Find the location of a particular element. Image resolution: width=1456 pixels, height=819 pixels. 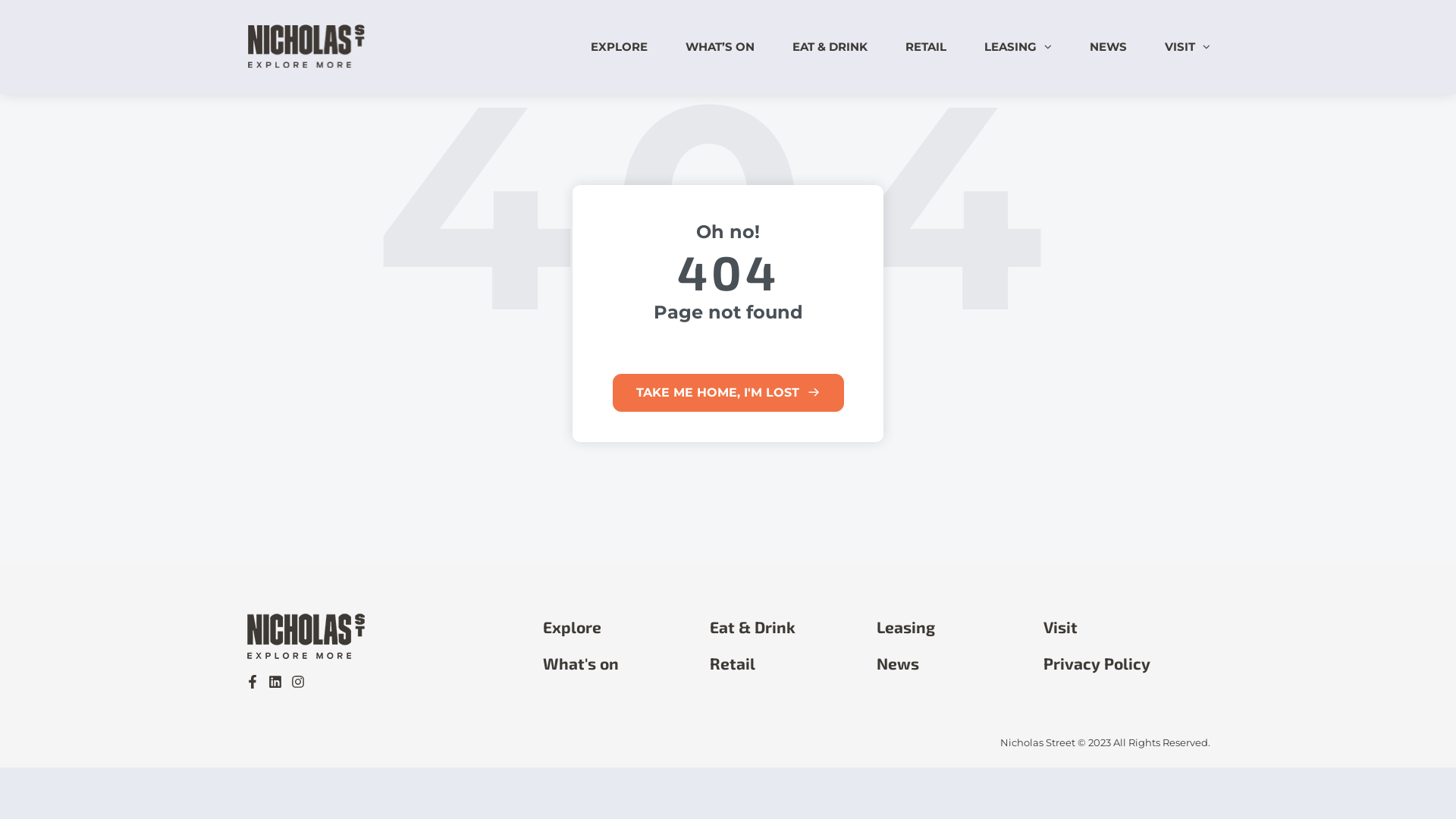

'Retail' is located at coordinates (709, 663).